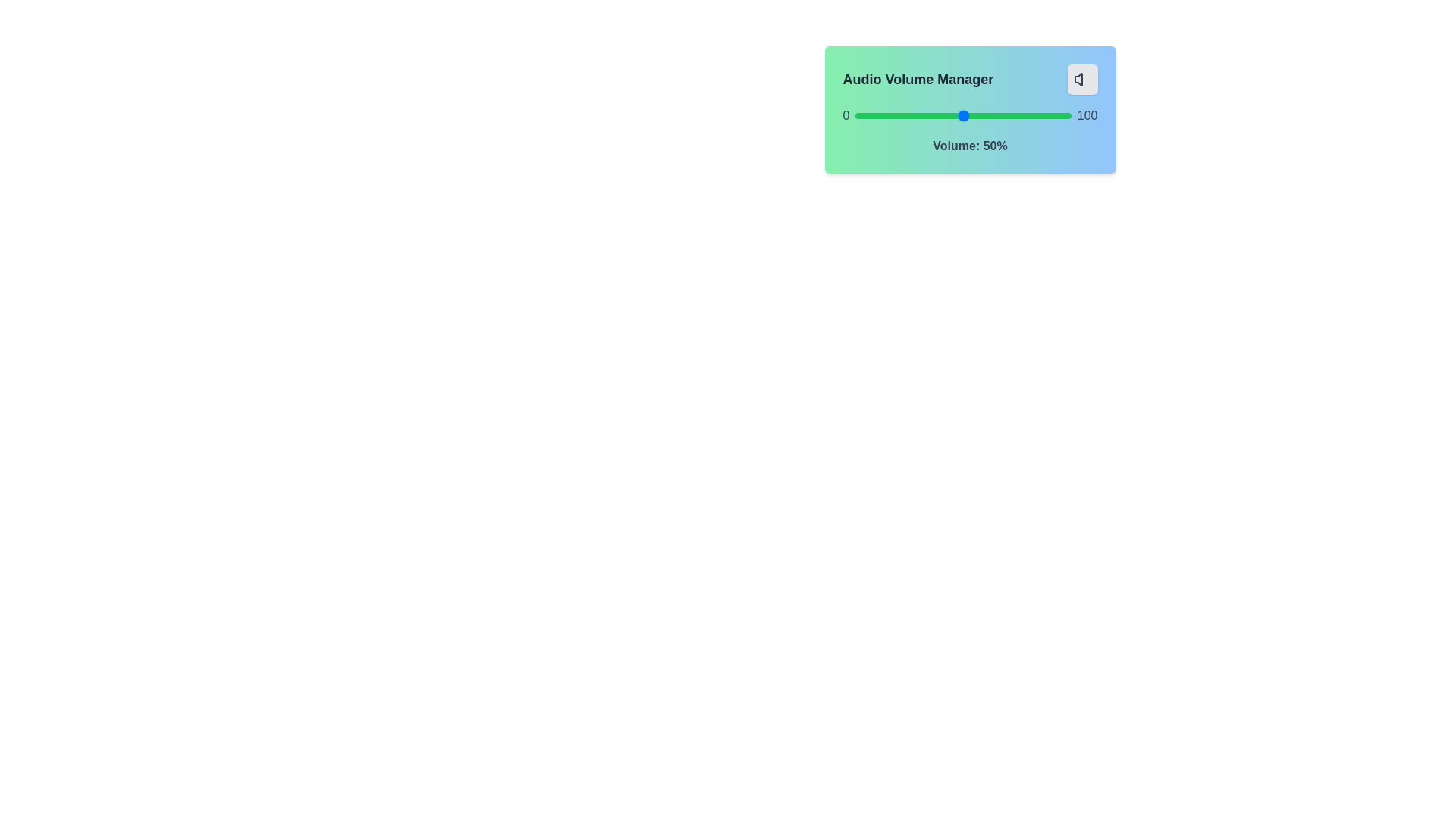 The image size is (1456, 819). I want to click on the audio control button located in the top-right corner of the Audio Volume Manager header, so click(1081, 79).